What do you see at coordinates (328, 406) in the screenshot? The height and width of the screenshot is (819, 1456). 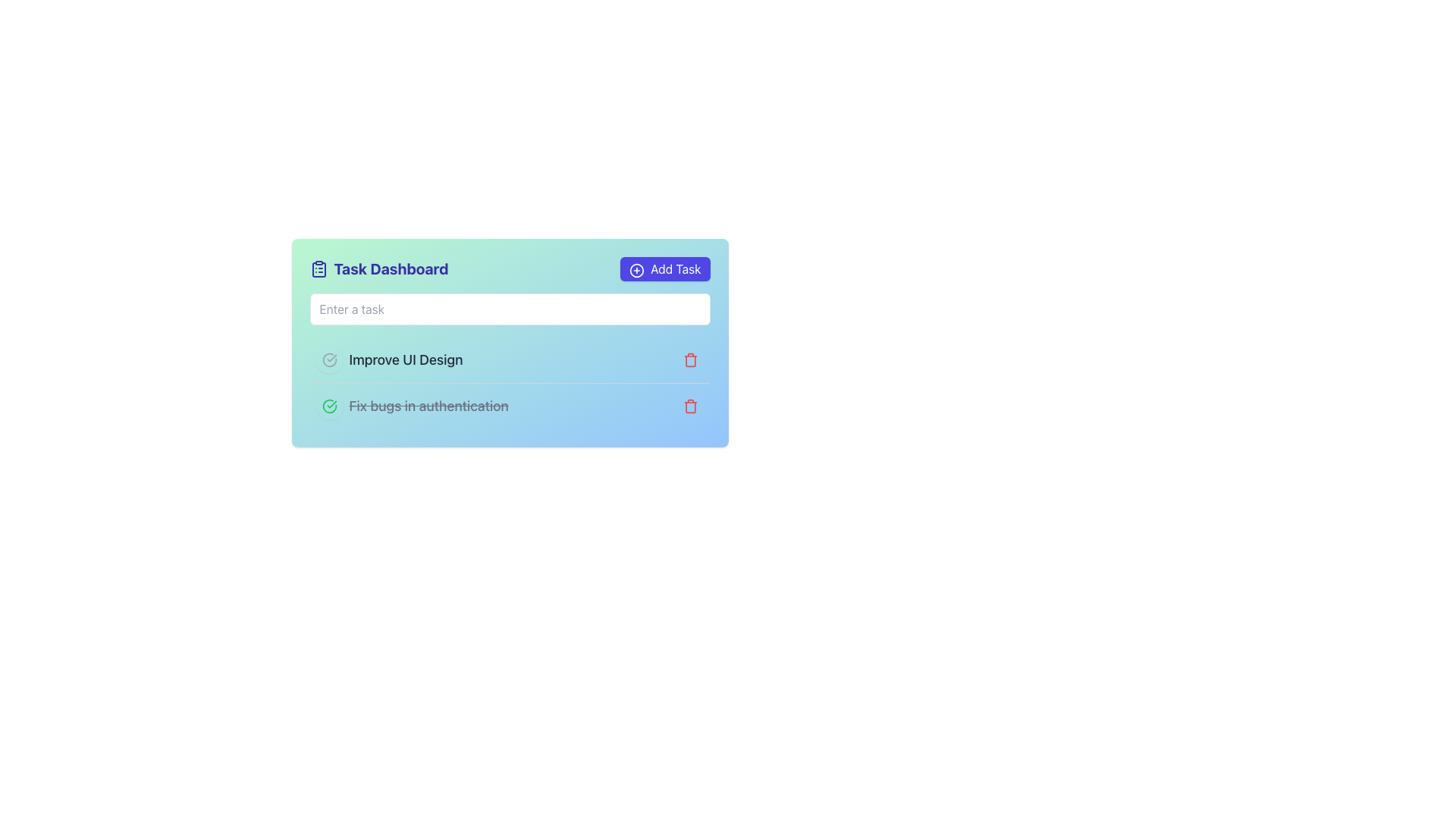 I see `the interactive status indicator icon located to the left of the text 'Fix bugs in authentication'` at bounding box center [328, 406].